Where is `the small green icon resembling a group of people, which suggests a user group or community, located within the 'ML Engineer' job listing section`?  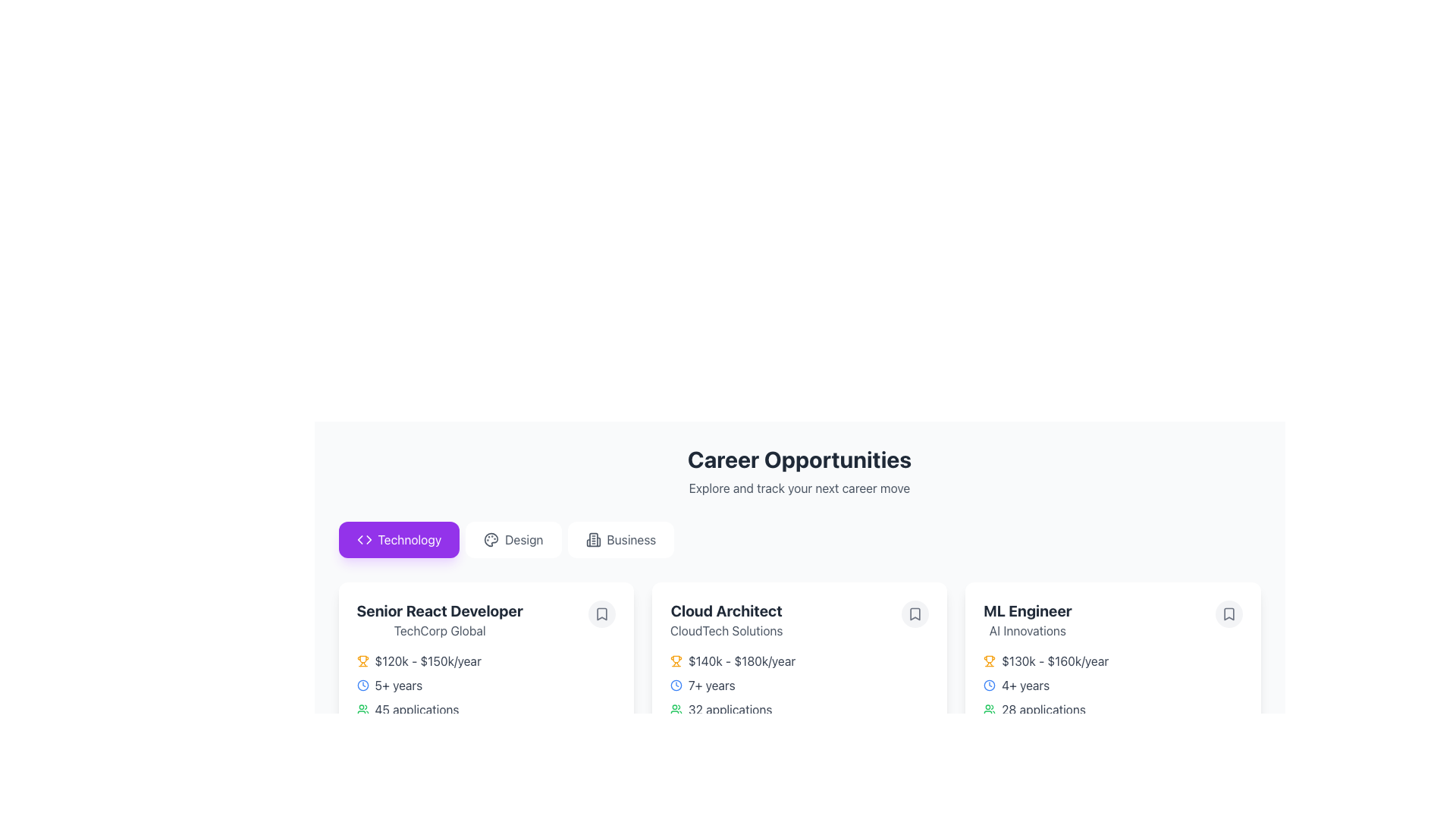
the small green icon resembling a group of people, which suggests a user group or community, located within the 'ML Engineer' job listing section is located at coordinates (990, 710).